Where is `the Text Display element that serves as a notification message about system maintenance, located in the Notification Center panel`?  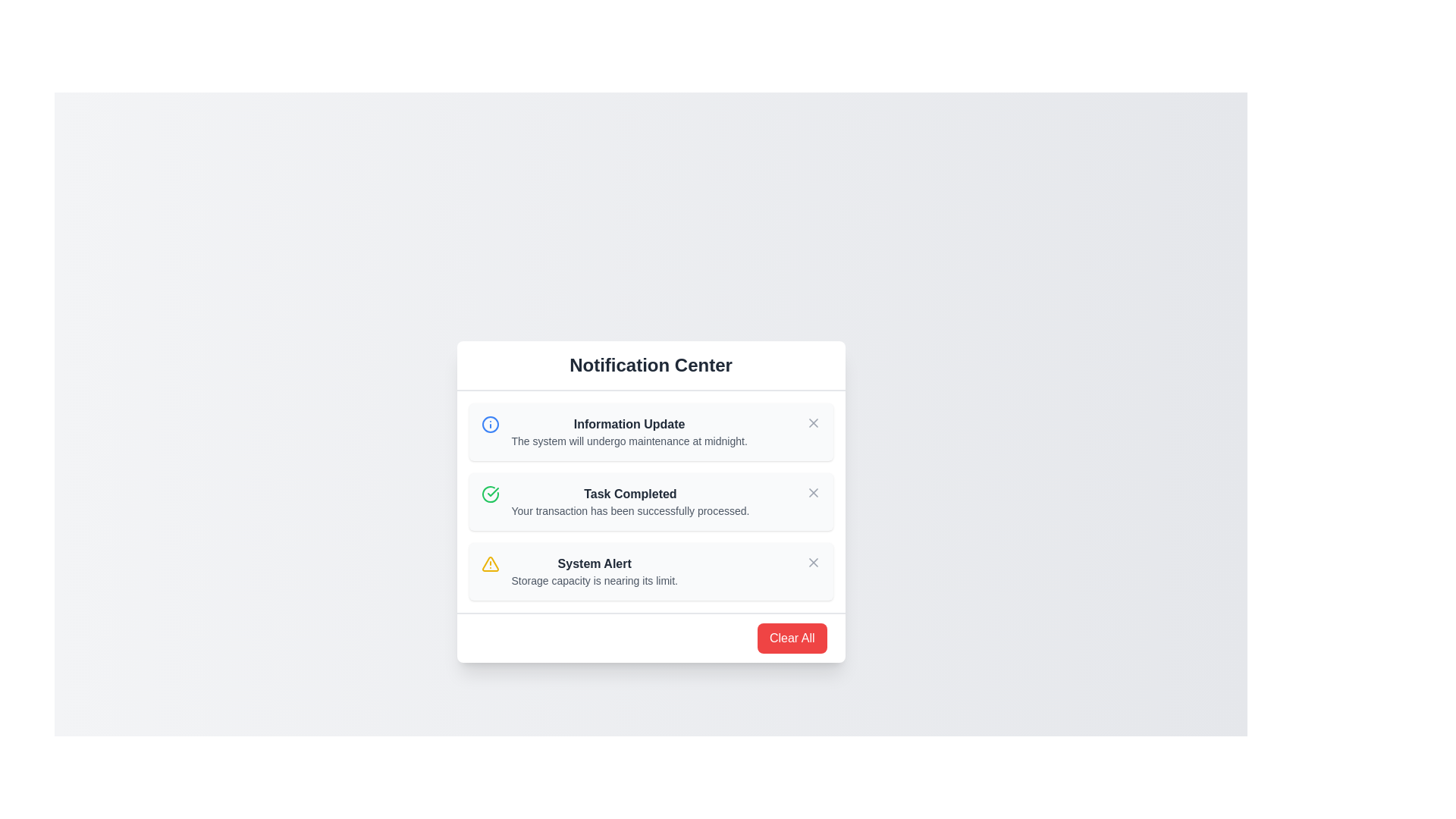 the Text Display element that serves as a notification message about system maintenance, located in the Notification Center panel is located at coordinates (629, 432).